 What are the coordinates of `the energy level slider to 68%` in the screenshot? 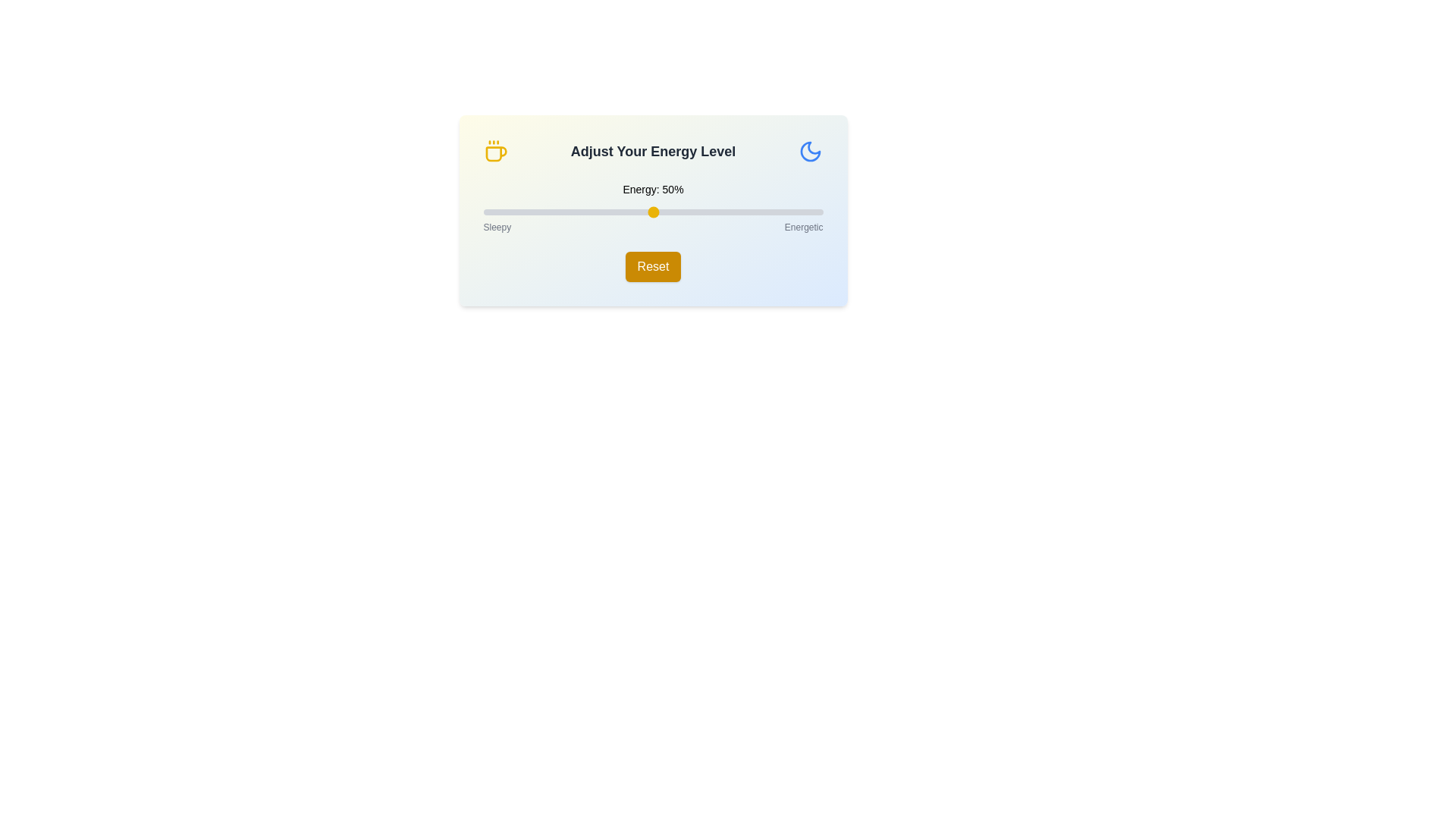 It's located at (714, 212).